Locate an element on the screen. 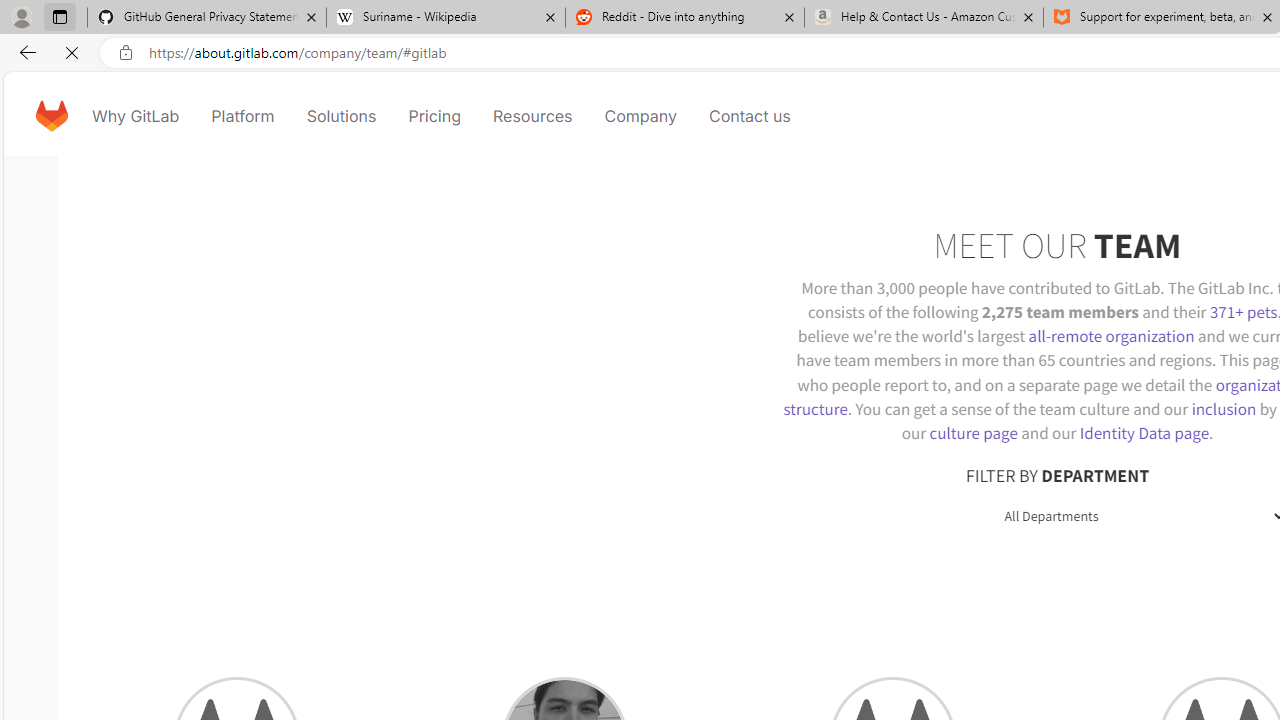  'Pricing' is located at coordinates (432, 115).